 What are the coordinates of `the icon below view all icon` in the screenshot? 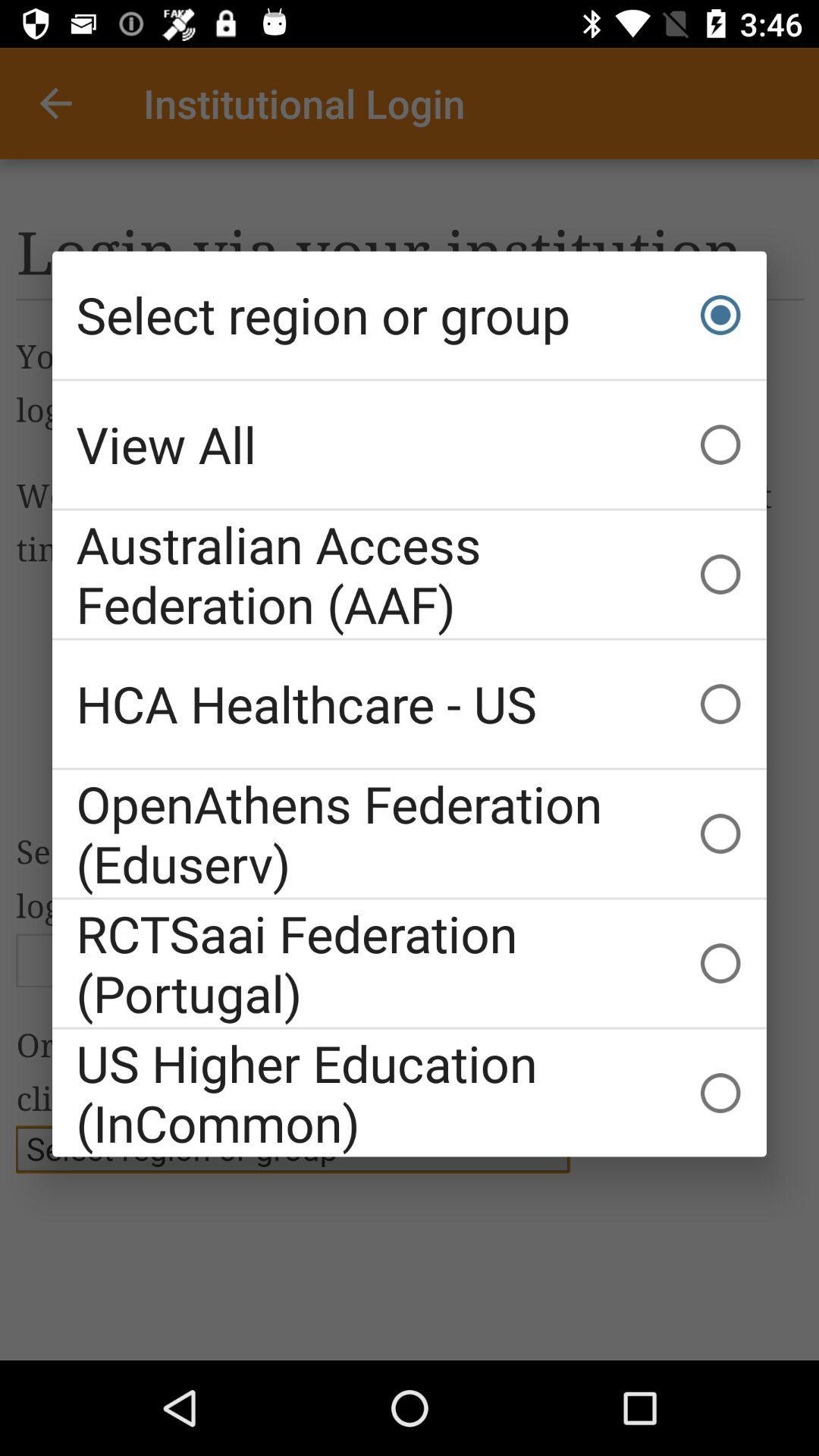 It's located at (409, 573).